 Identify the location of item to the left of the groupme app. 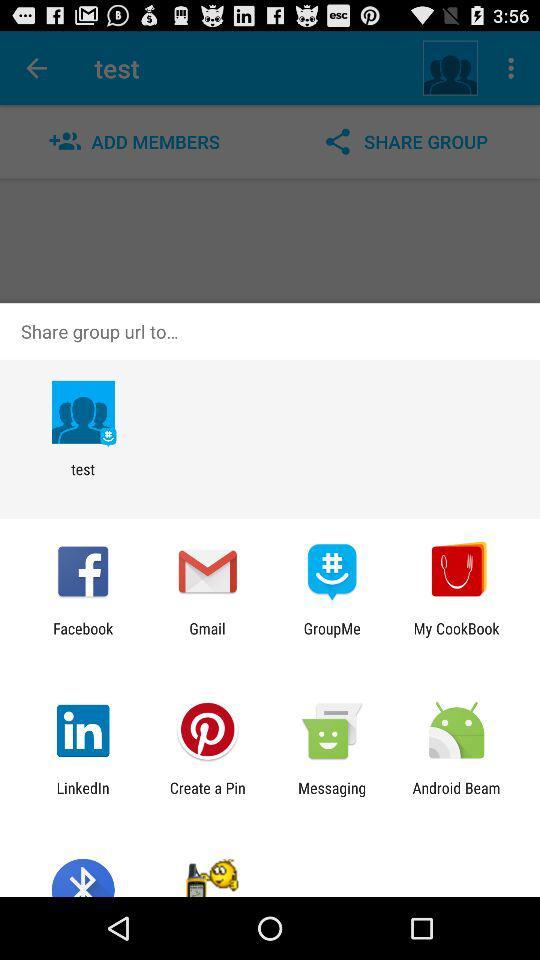
(206, 636).